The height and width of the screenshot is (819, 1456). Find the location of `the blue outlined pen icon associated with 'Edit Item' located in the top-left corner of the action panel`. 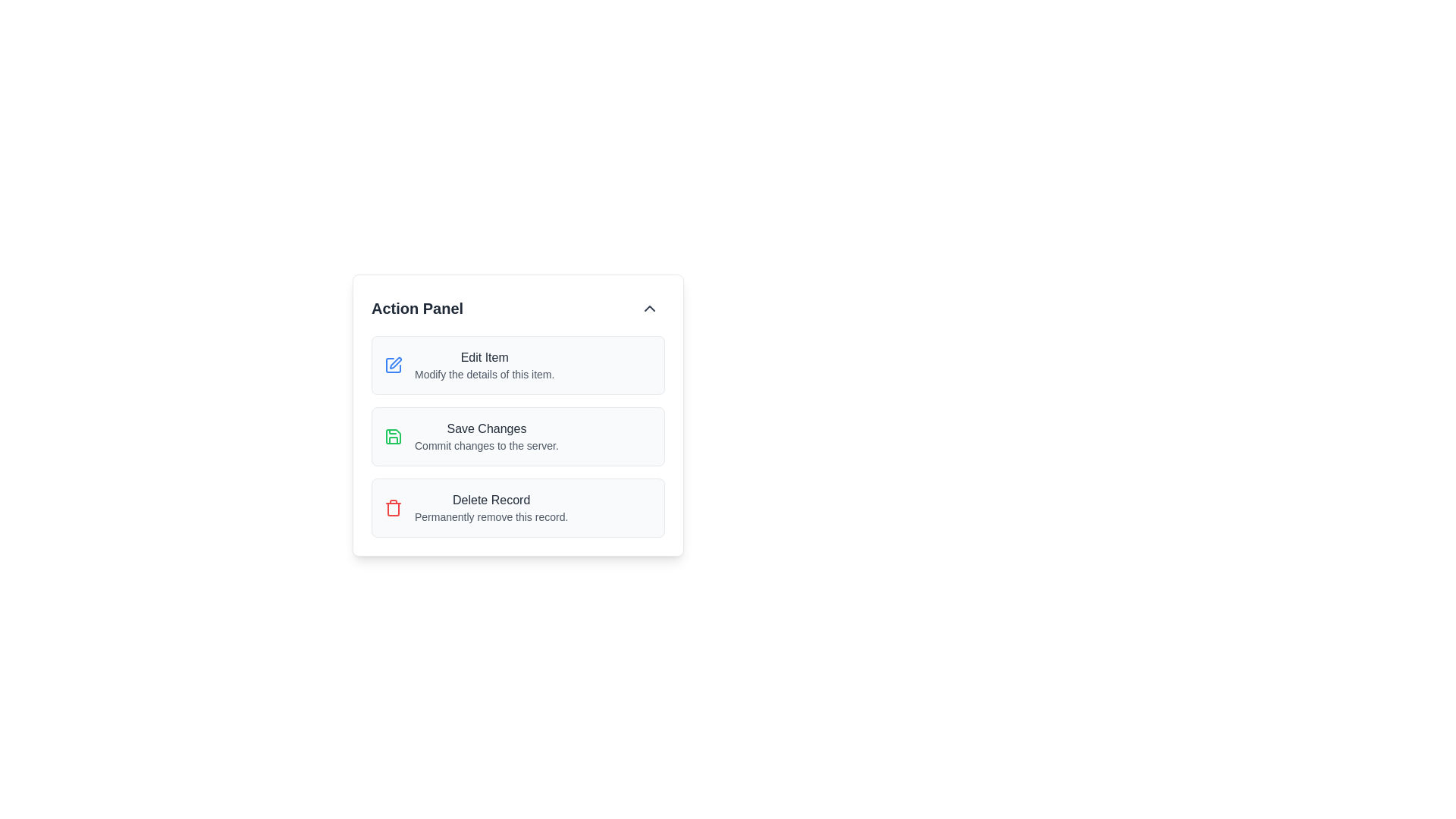

the blue outlined pen icon associated with 'Edit Item' located in the top-left corner of the action panel is located at coordinates (393, 366).